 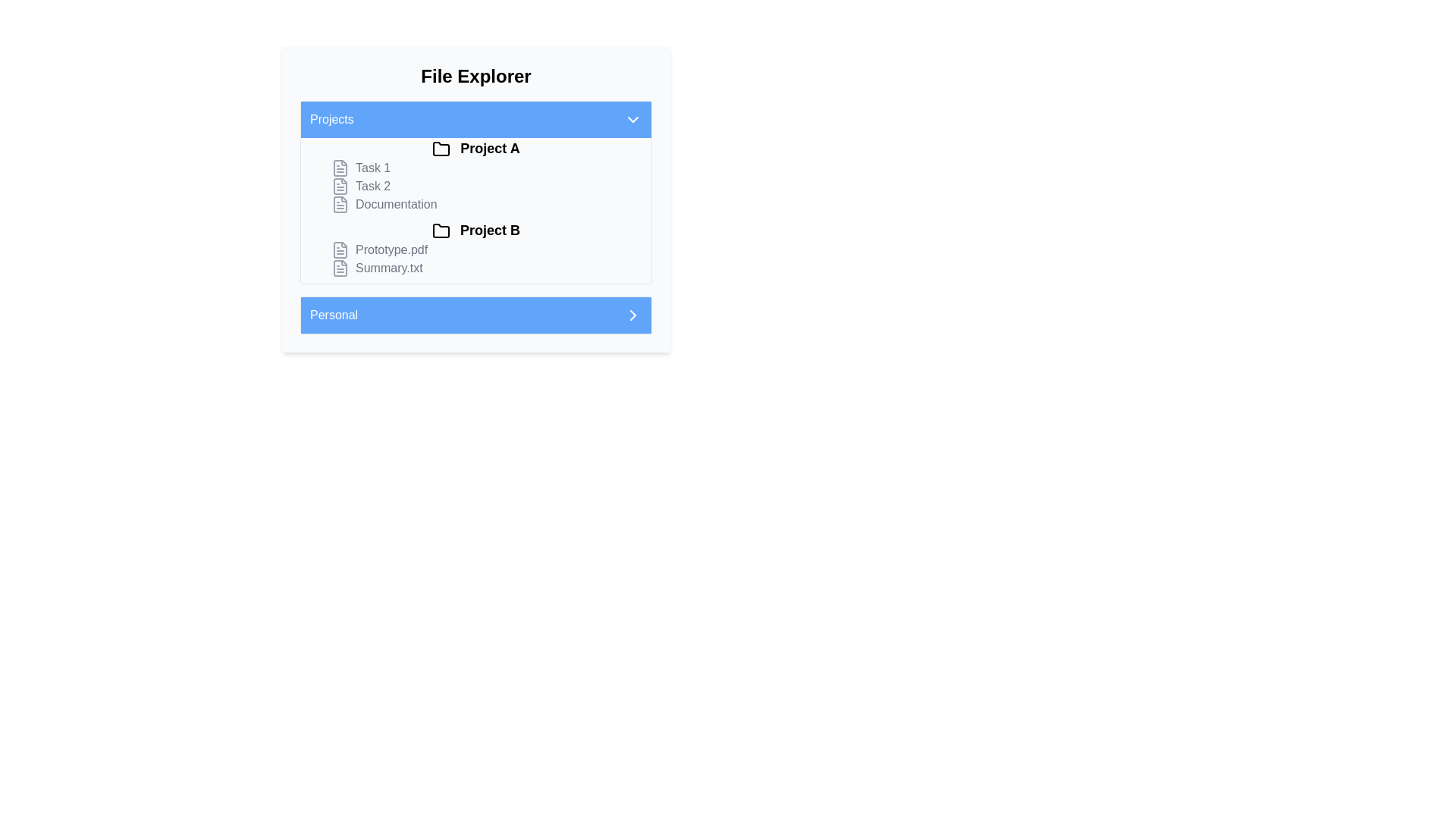 What do you see at coordinates (475, 247) in the screenshot?
I see `the 'Project B' folder located` at bounding box center [475, 247].